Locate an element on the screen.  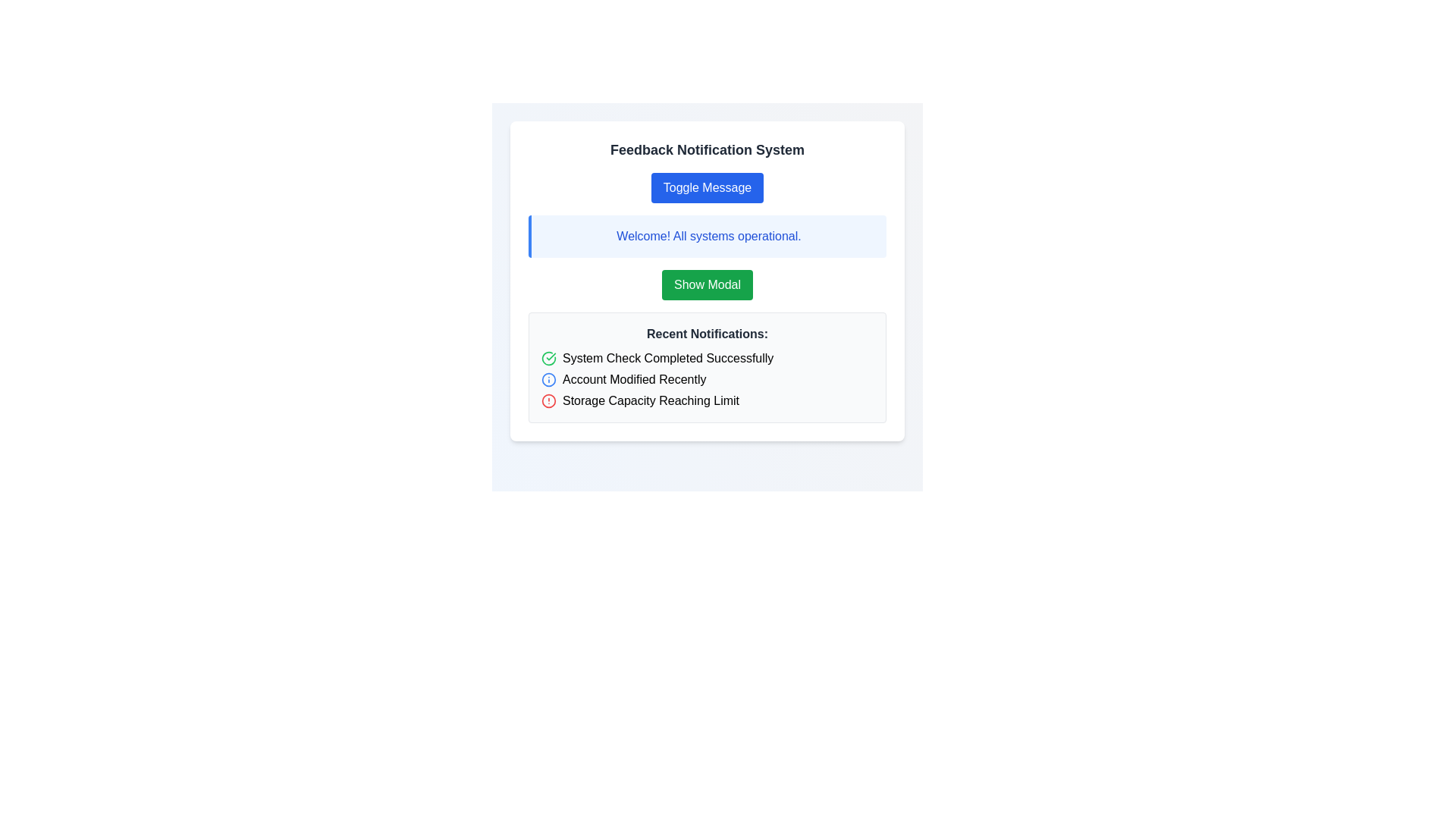
the third notification text label that alerts the user about storage capacity nearing its limit is located at coordinates (651, 400).